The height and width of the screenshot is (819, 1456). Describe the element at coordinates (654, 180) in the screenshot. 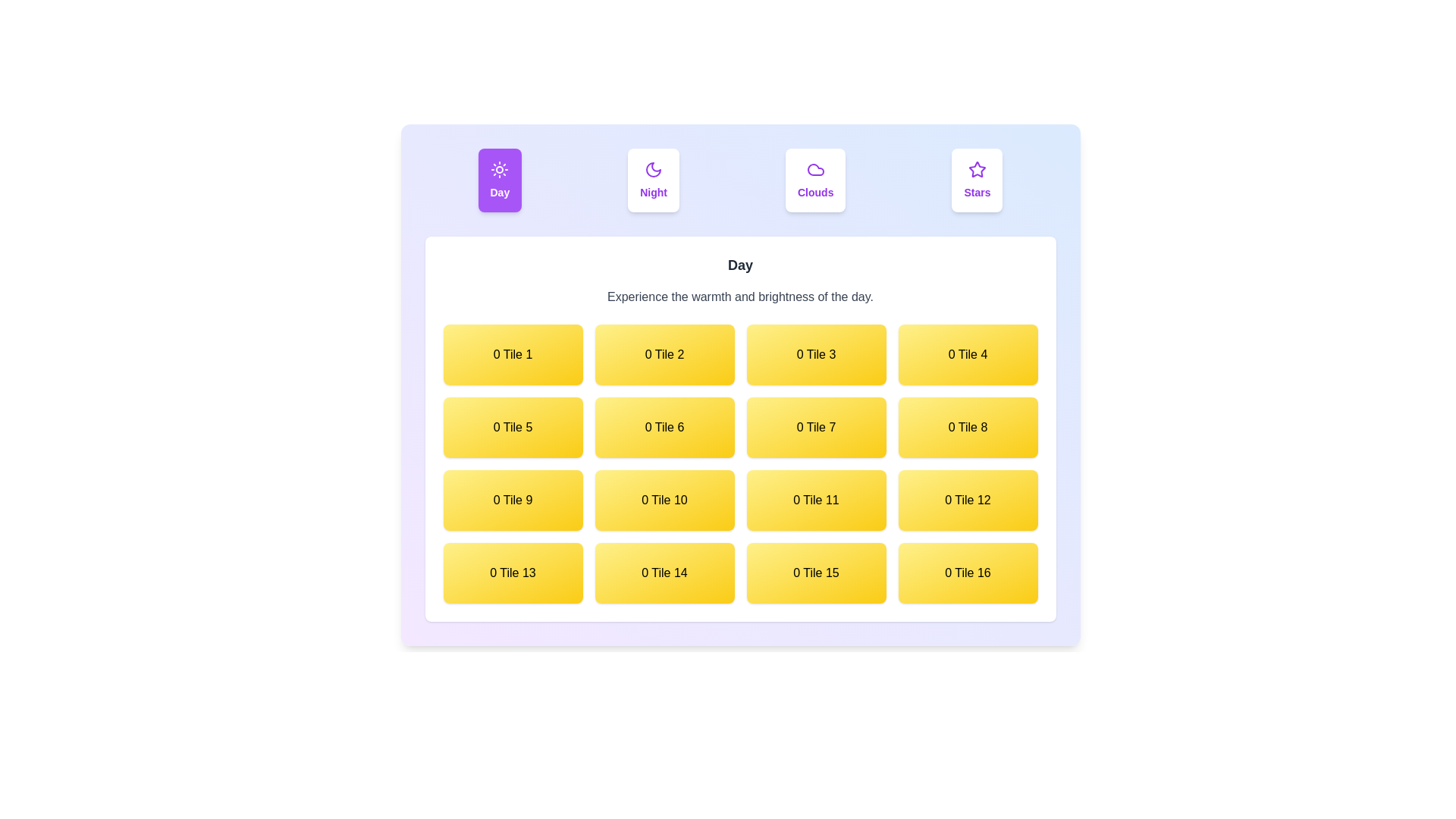

I see `the Night tab` at that location.